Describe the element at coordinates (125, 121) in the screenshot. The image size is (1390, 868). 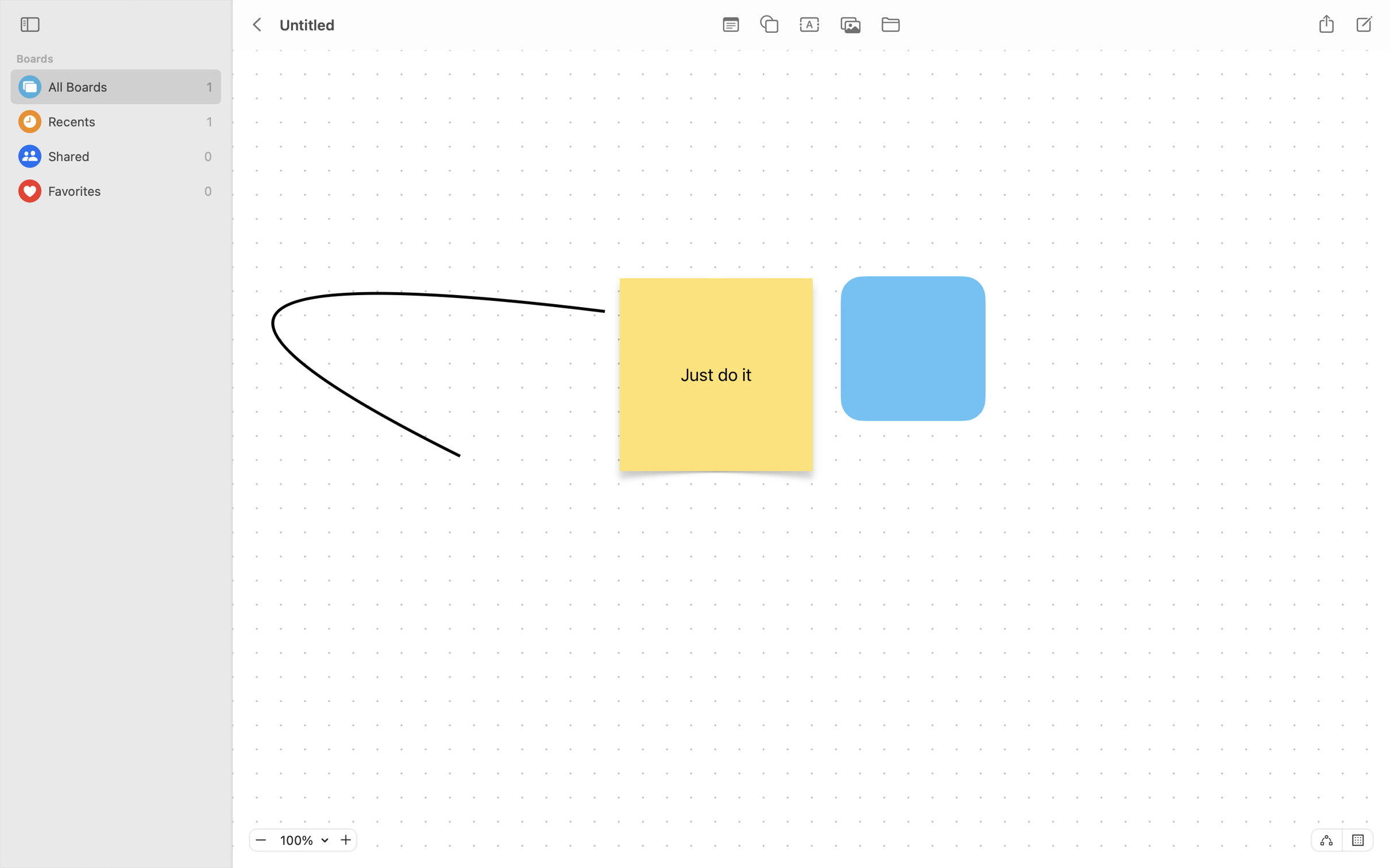
I see `'Recents'` at that location.